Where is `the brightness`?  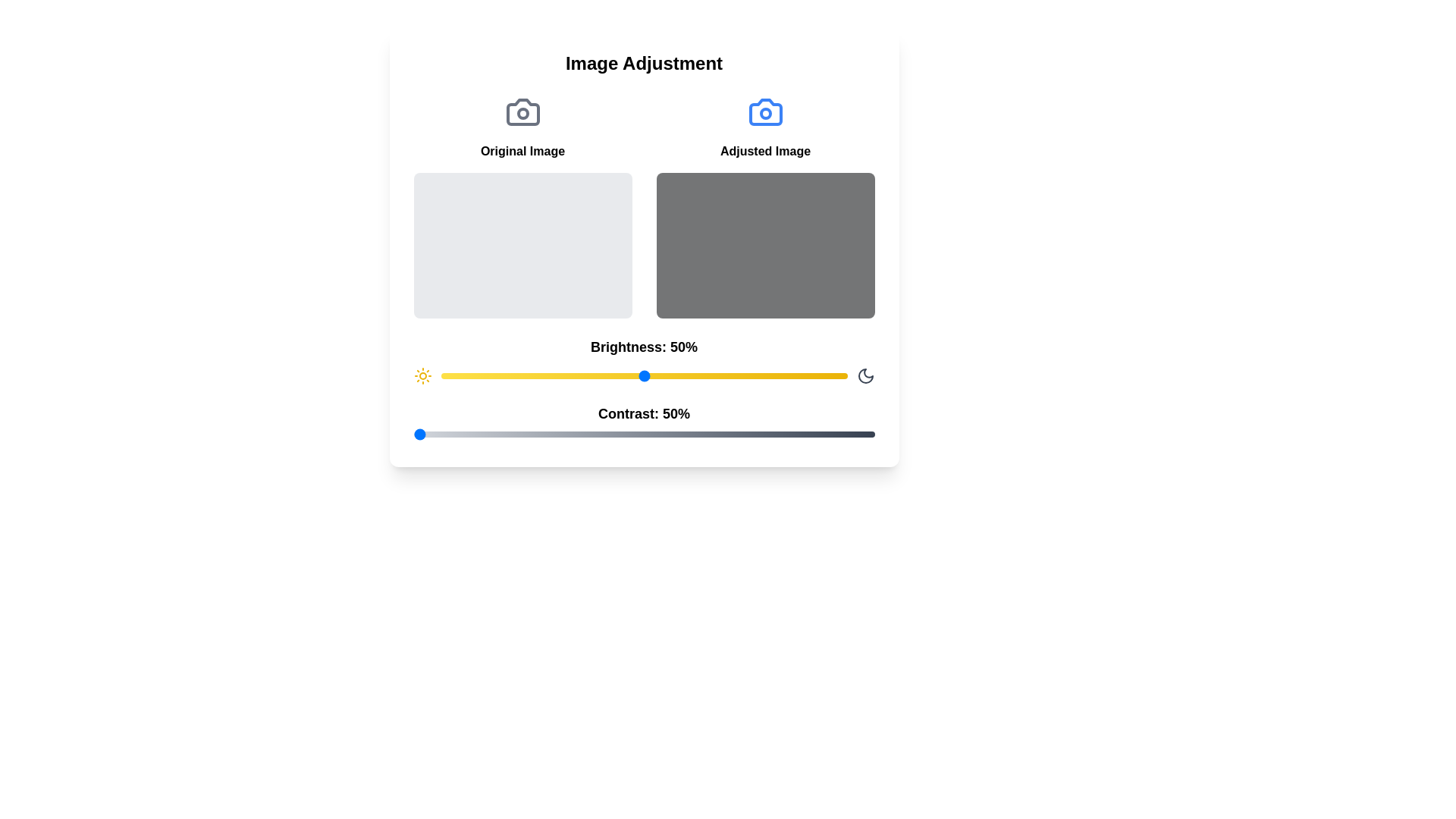
the brightness is located at coordinates (843, 375).